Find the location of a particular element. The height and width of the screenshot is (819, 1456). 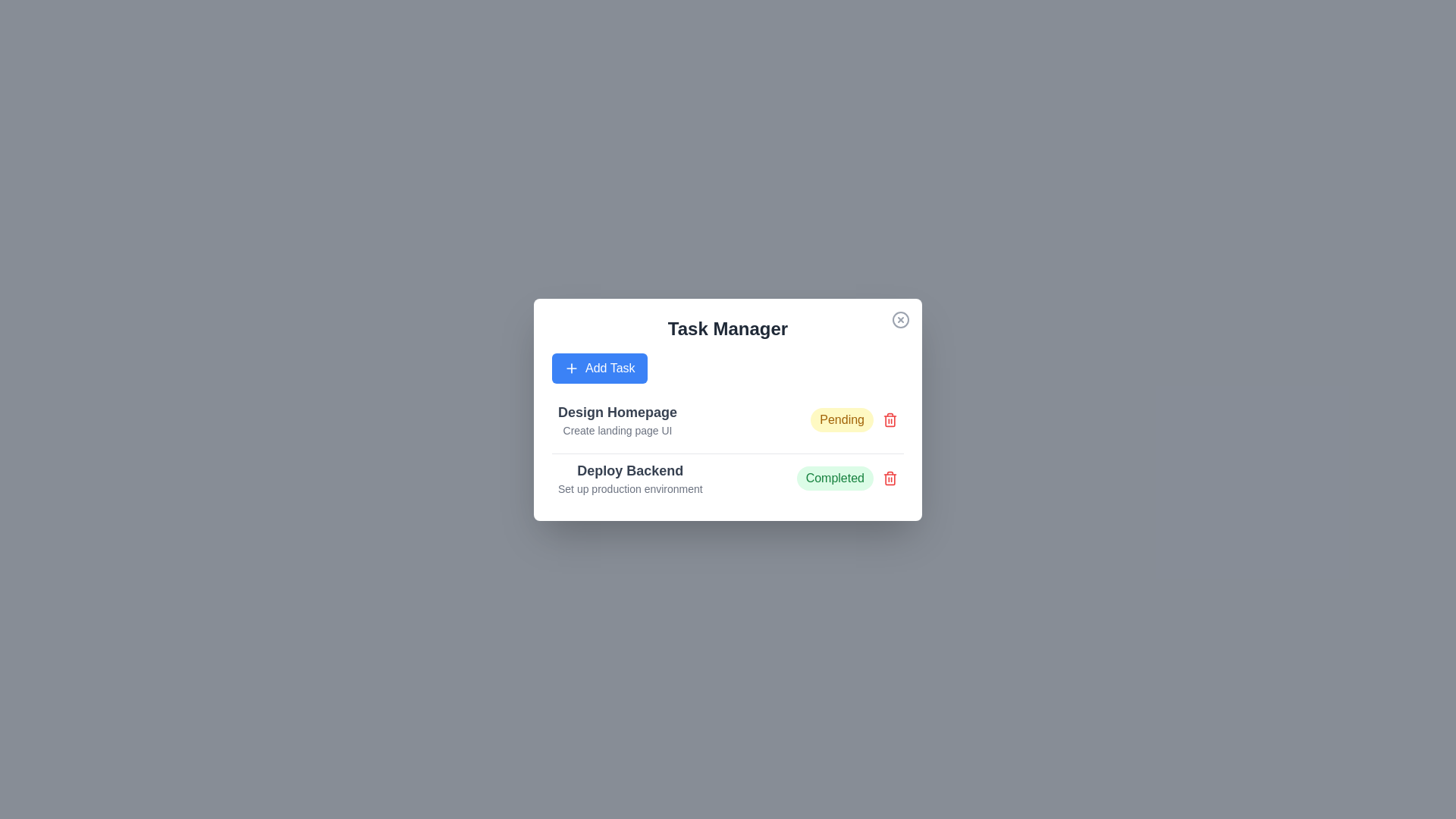

the 'Add Task' icon located within the blue button at the top-left corner of the task list interface to initiate the action of adding a new task is located at coordinates (570, 368).